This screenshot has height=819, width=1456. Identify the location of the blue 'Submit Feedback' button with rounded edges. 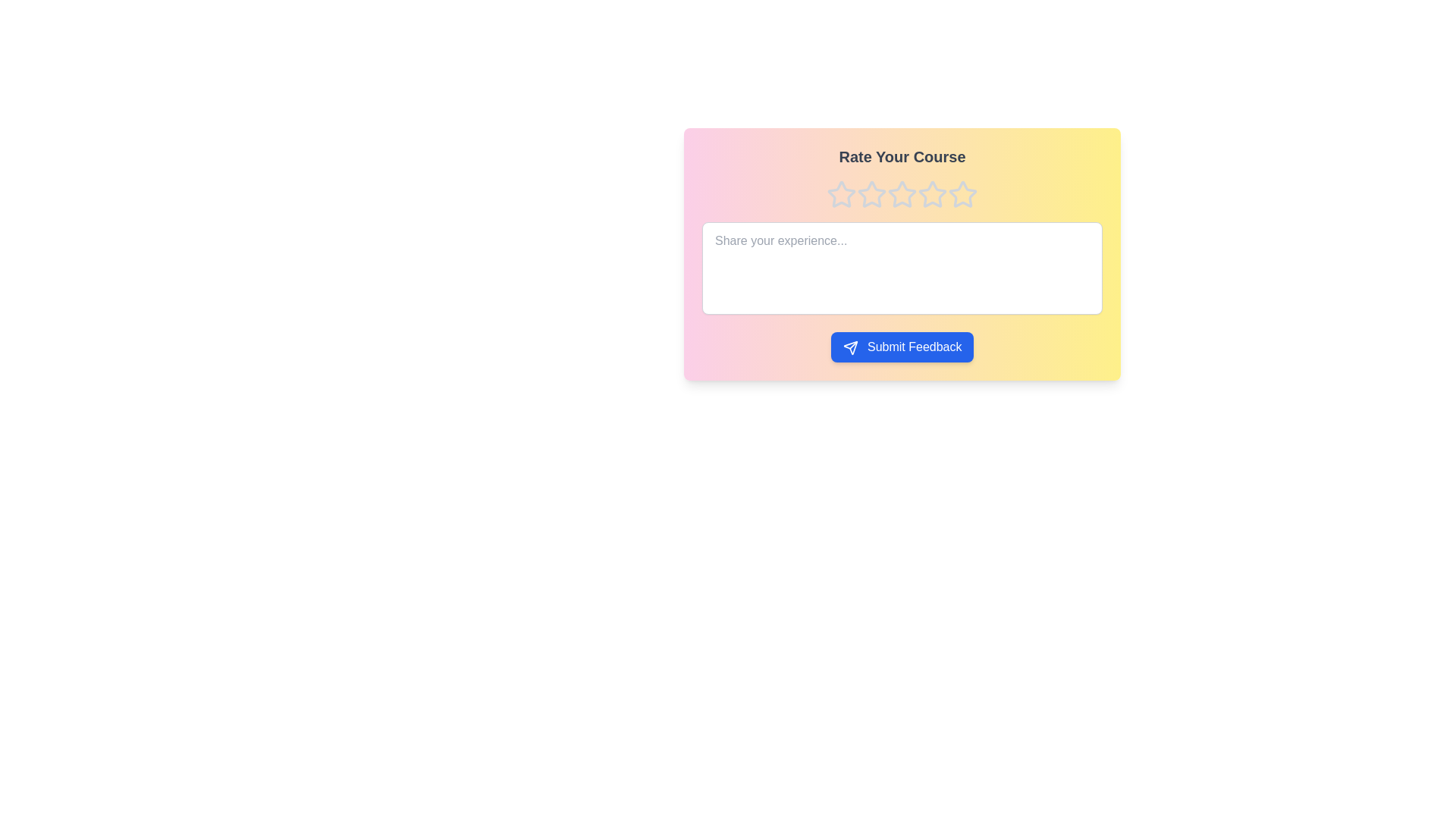
(902, 347).